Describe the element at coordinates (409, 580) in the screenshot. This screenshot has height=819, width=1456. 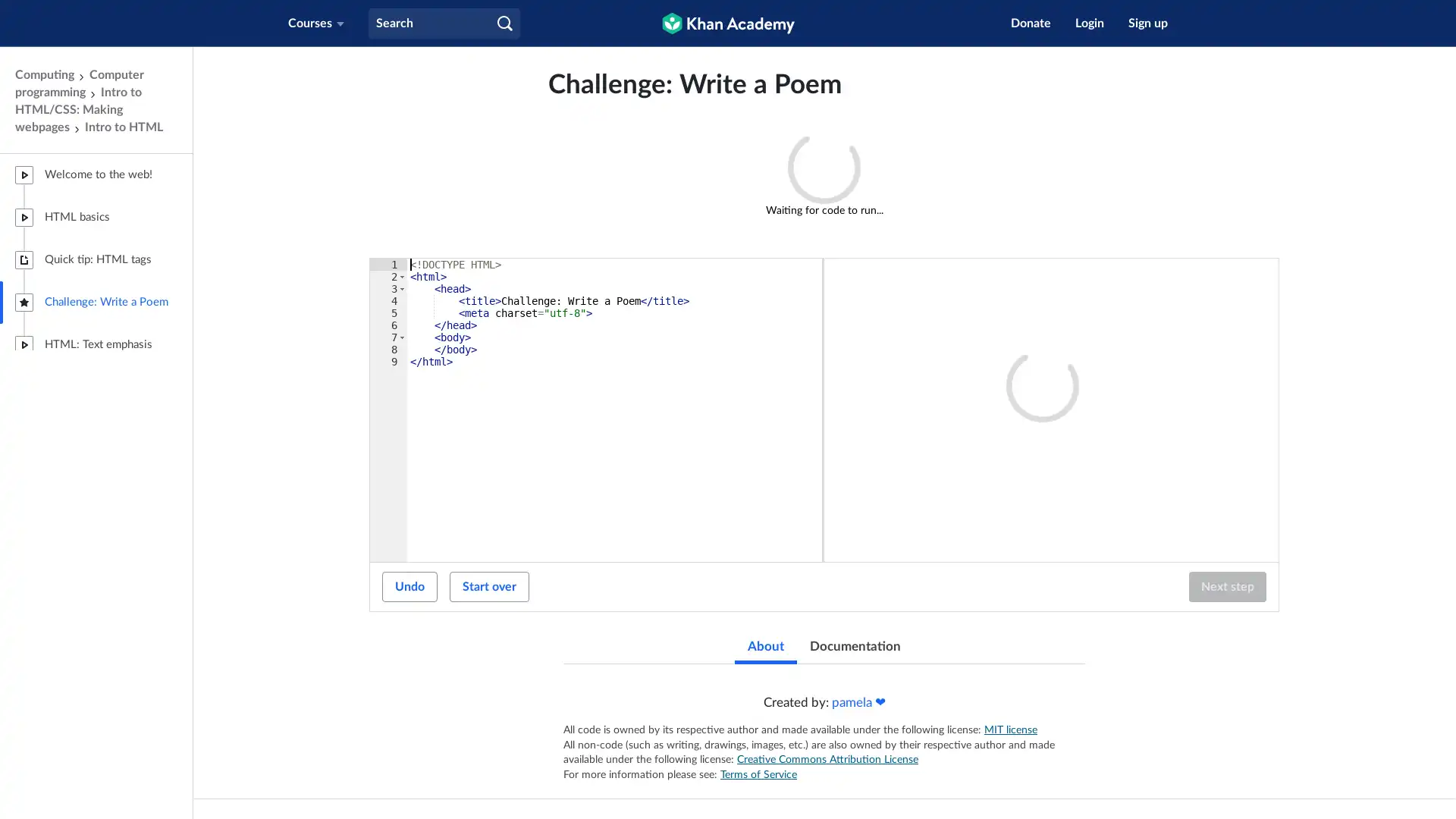
I see `Undo` at that location.